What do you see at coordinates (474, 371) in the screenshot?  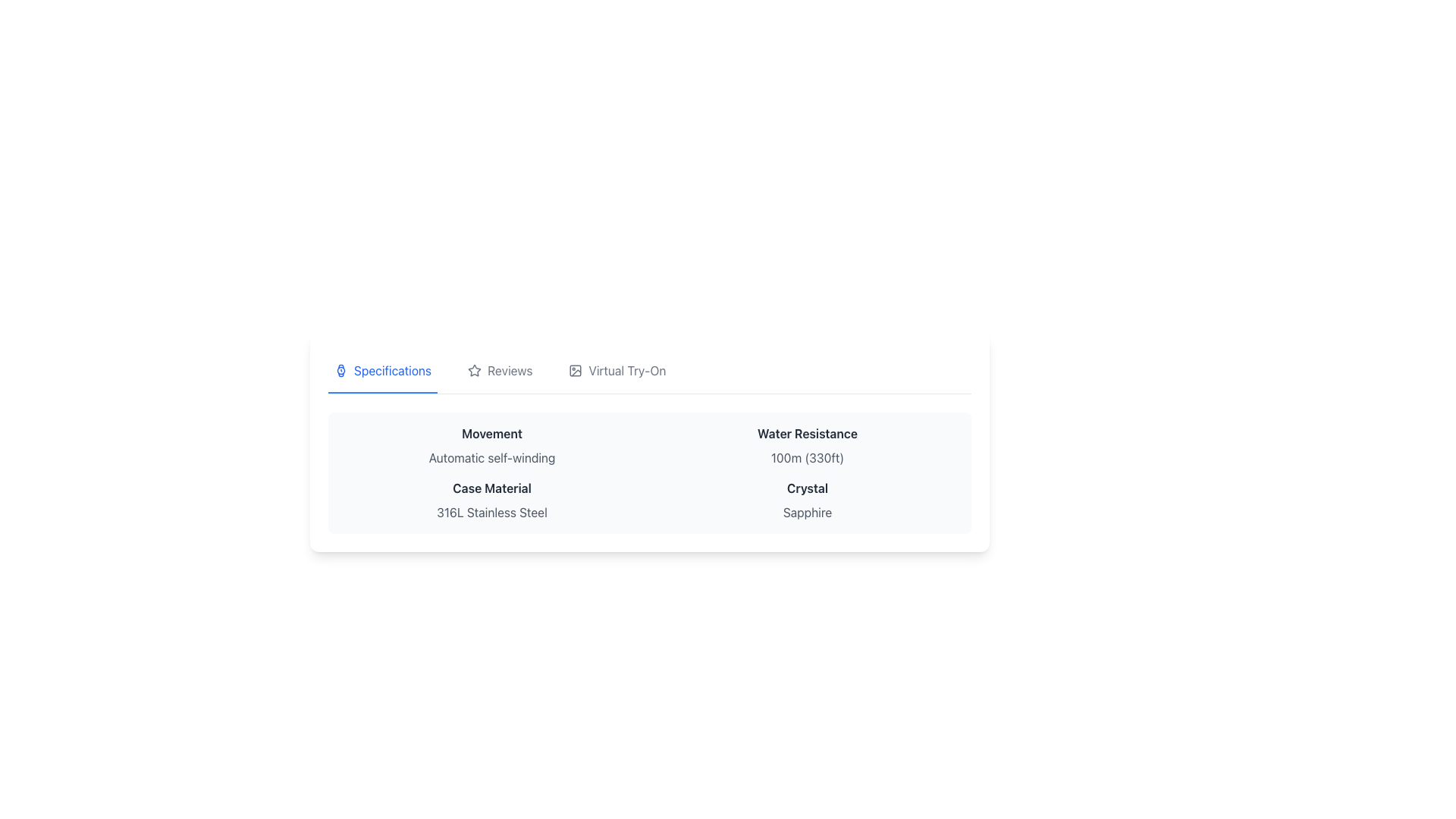 I see `the star-shaped icon located in the header section of the 'Reviews' tab, adjacent to the text label 'Reviews'` at bounding box center [474, 371].